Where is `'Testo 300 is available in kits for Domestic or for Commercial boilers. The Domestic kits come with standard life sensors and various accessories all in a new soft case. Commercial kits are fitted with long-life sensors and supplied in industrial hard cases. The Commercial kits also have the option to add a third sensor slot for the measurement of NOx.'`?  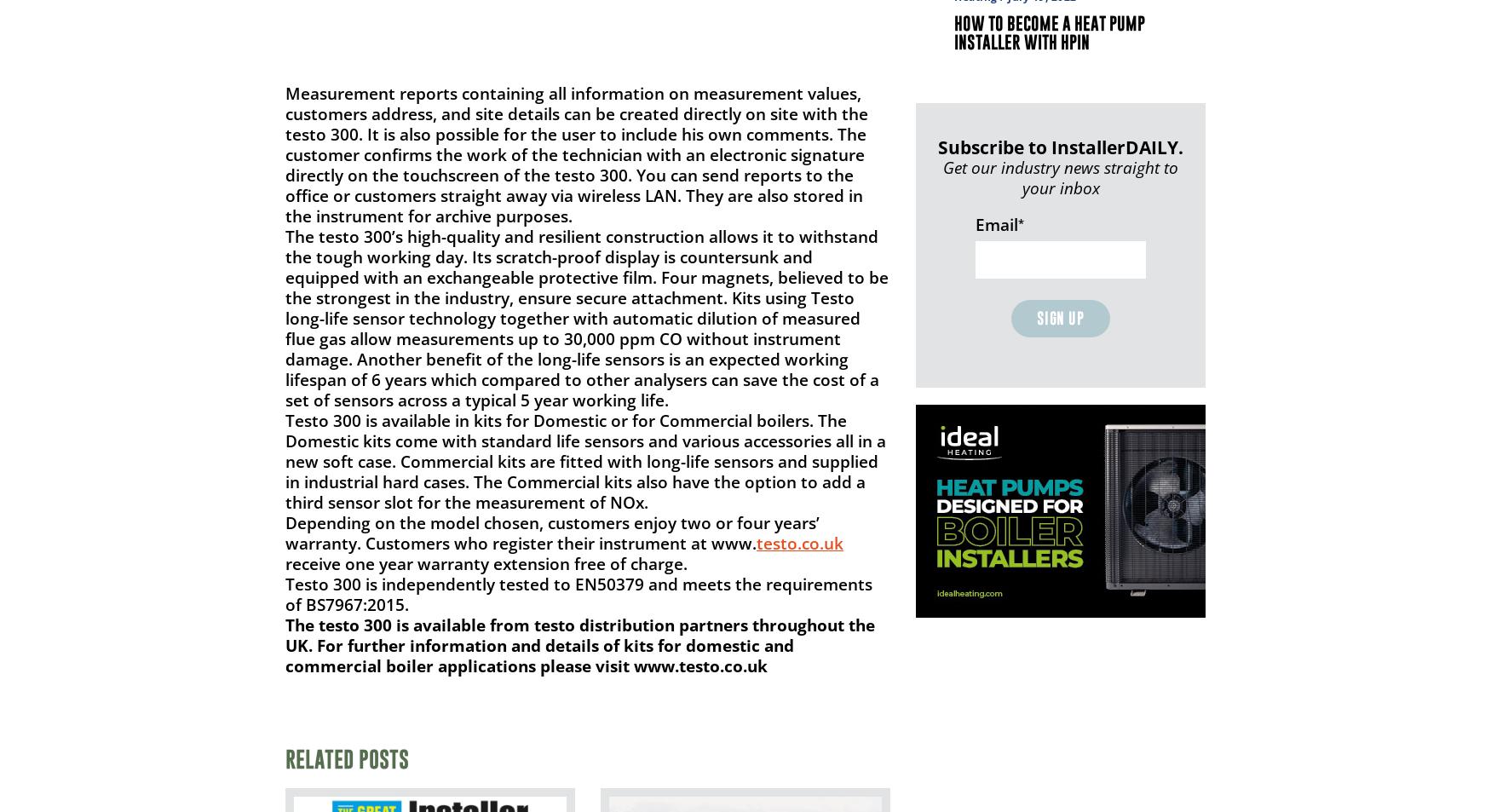
'Testo 300 is available in kits for Domestic or for Commercial boilers. The Domestic kits come with standard life sensors and various accessories all in a new soft case. Commercial kits are fitted with long-life sensors and supplied in industrial hard cases. The Commercial kits also have the option to add a third sensor slot for the measurement of NOx.' is located at coordinates (584, 461).